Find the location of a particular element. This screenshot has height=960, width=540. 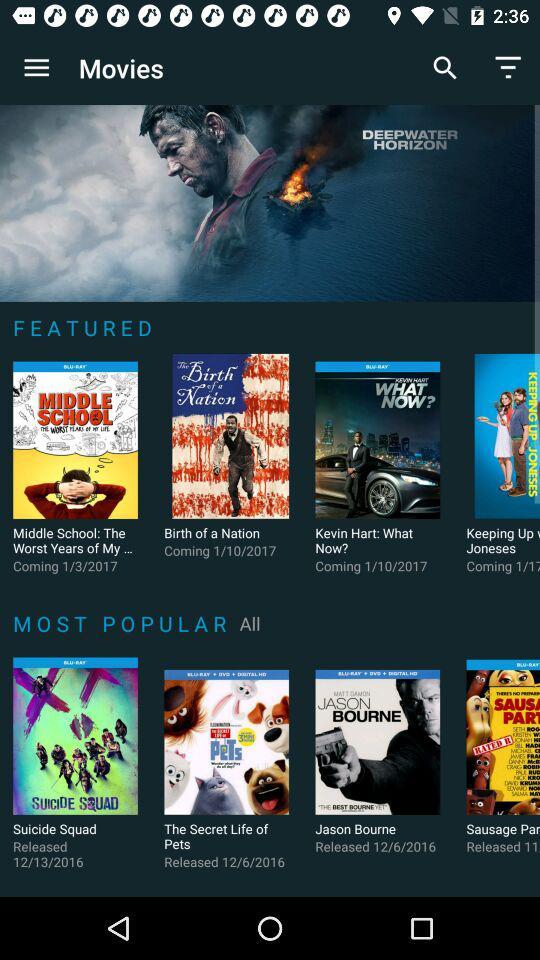

the item next to the m o s icon is located at coordinates (250, 622).